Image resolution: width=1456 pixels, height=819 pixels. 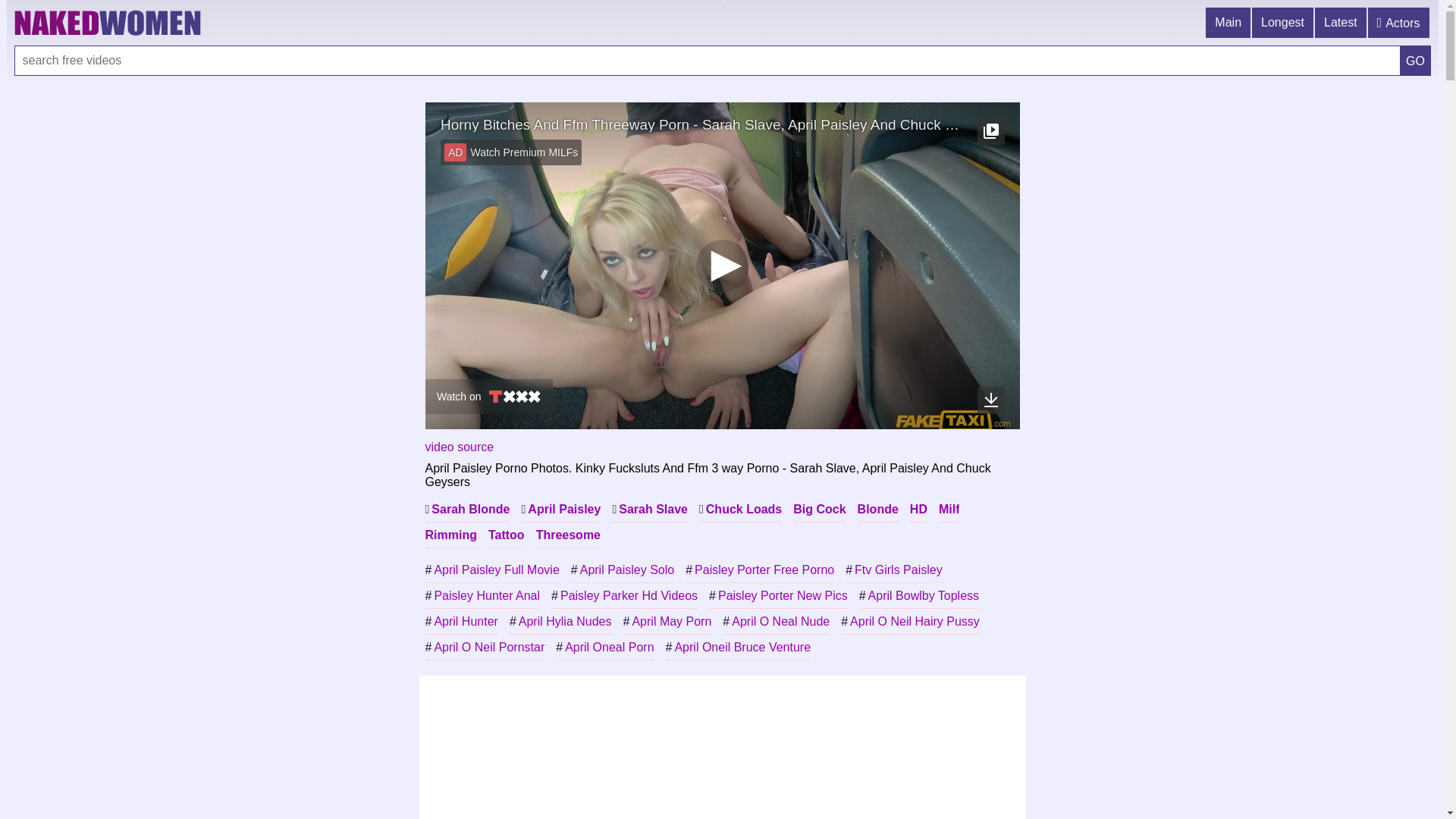 What do you see at coordinates (667, 622) in the screenshot?
I see `'April May Porn'` at bounding box center [667, 622].